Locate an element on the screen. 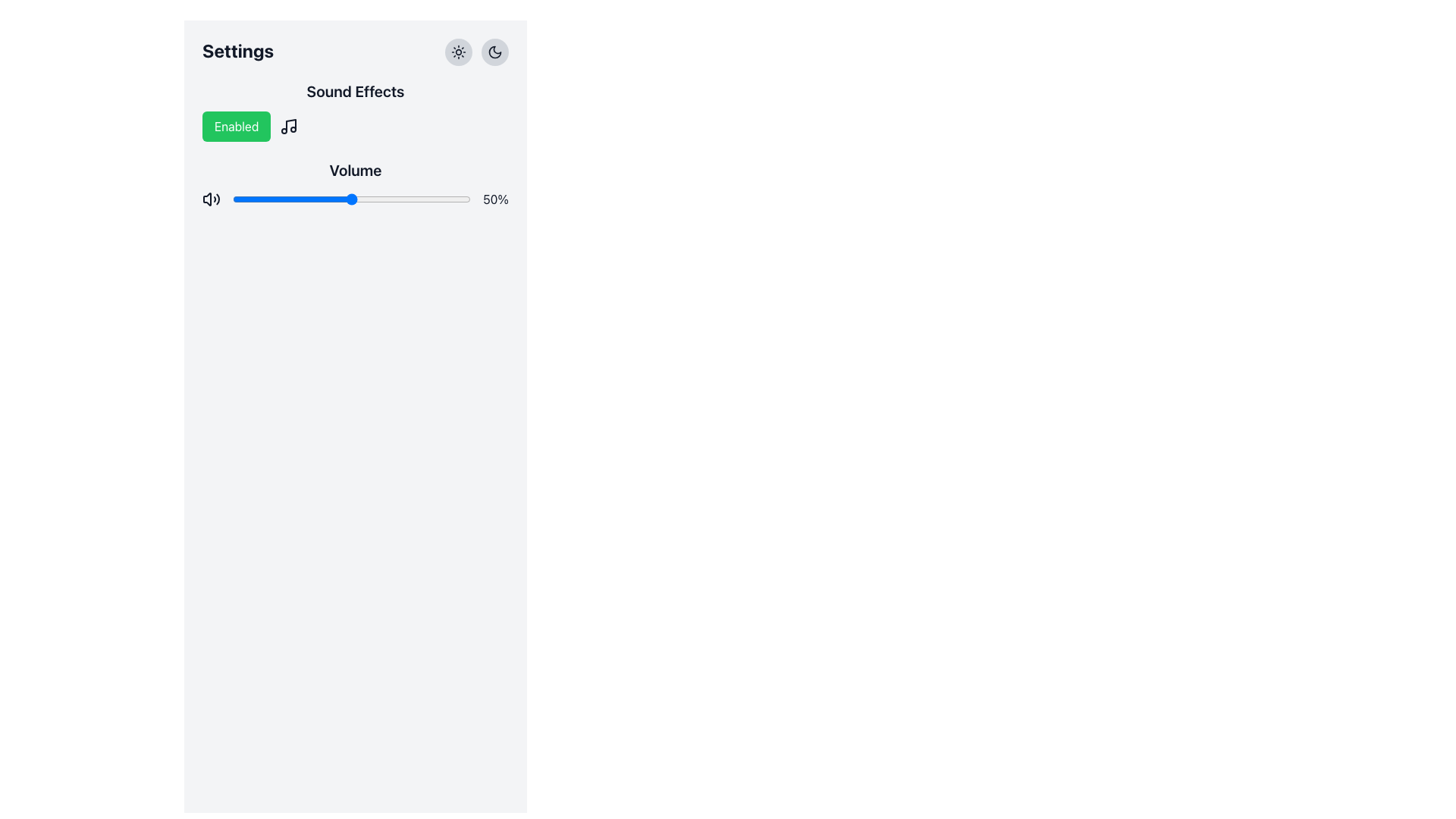 This screenshot has height=819, width=1456. the interactive button group in the top-right corner of the interface is located at coordinates (475, 52).